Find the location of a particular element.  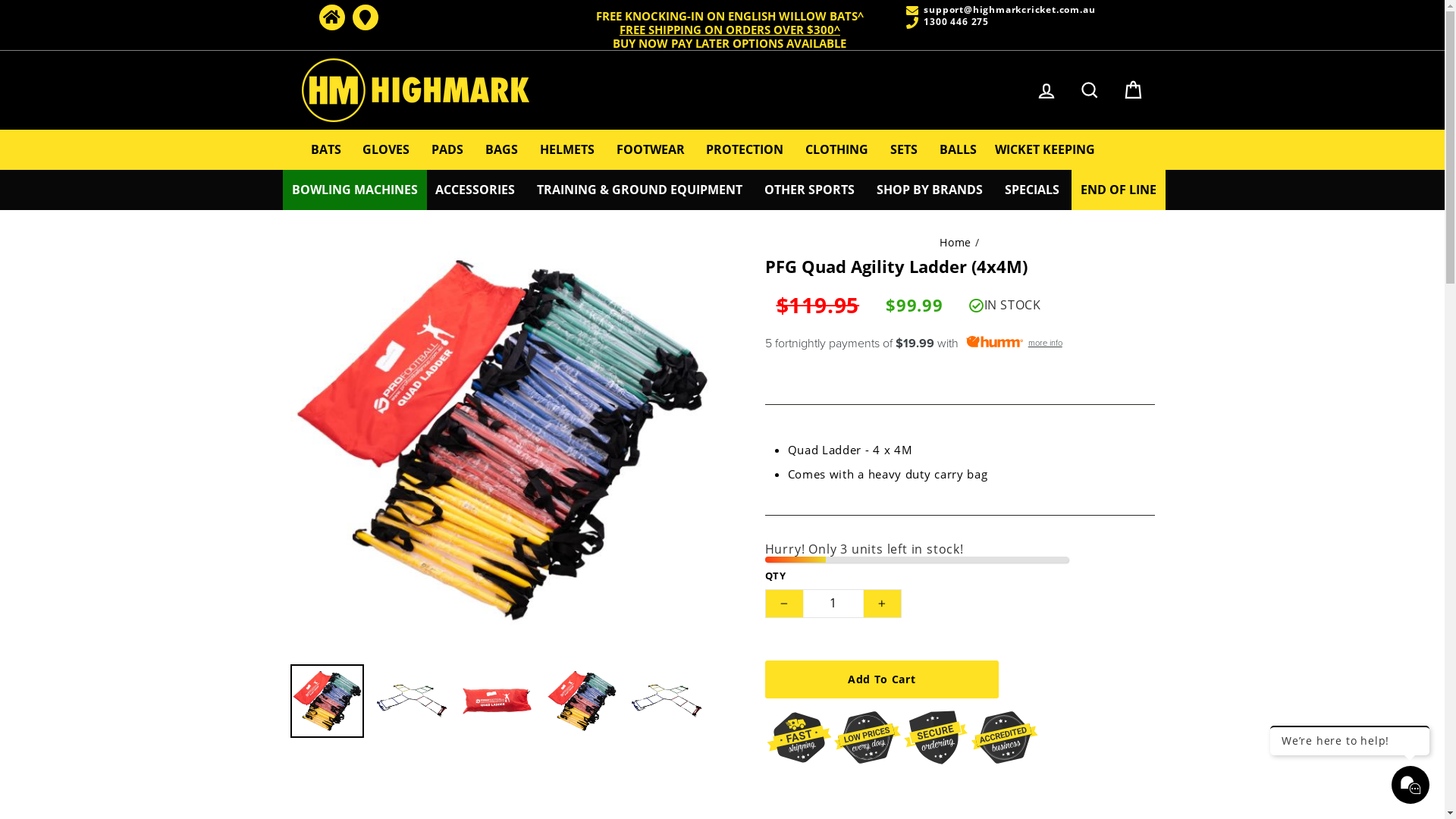

'Skip to content' is located at coordinates (0, 0).